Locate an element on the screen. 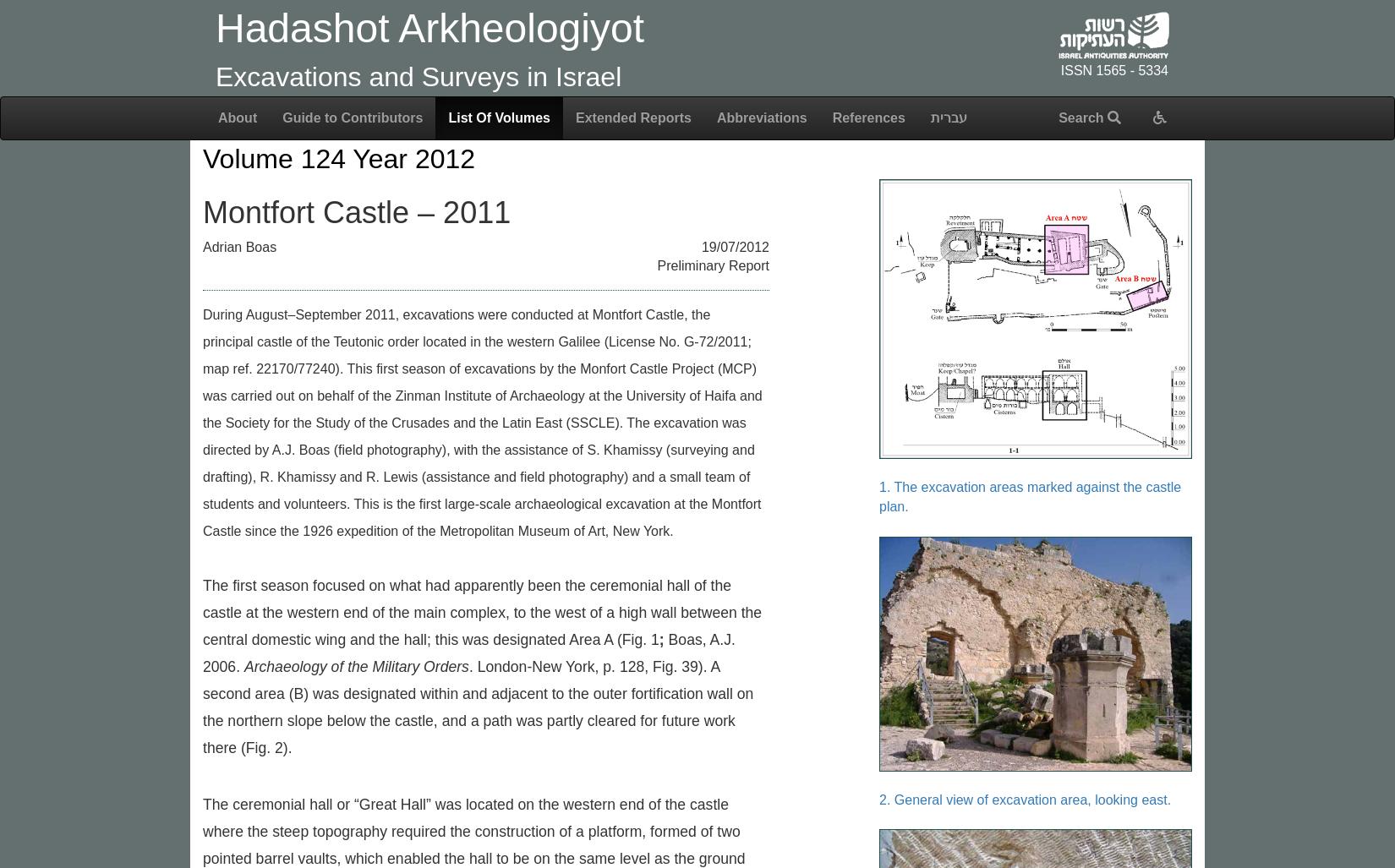 The height and width of the screenshot is (868, 1395). 'Boas, A.J. 2006.' is located at coordinates (203, 652).